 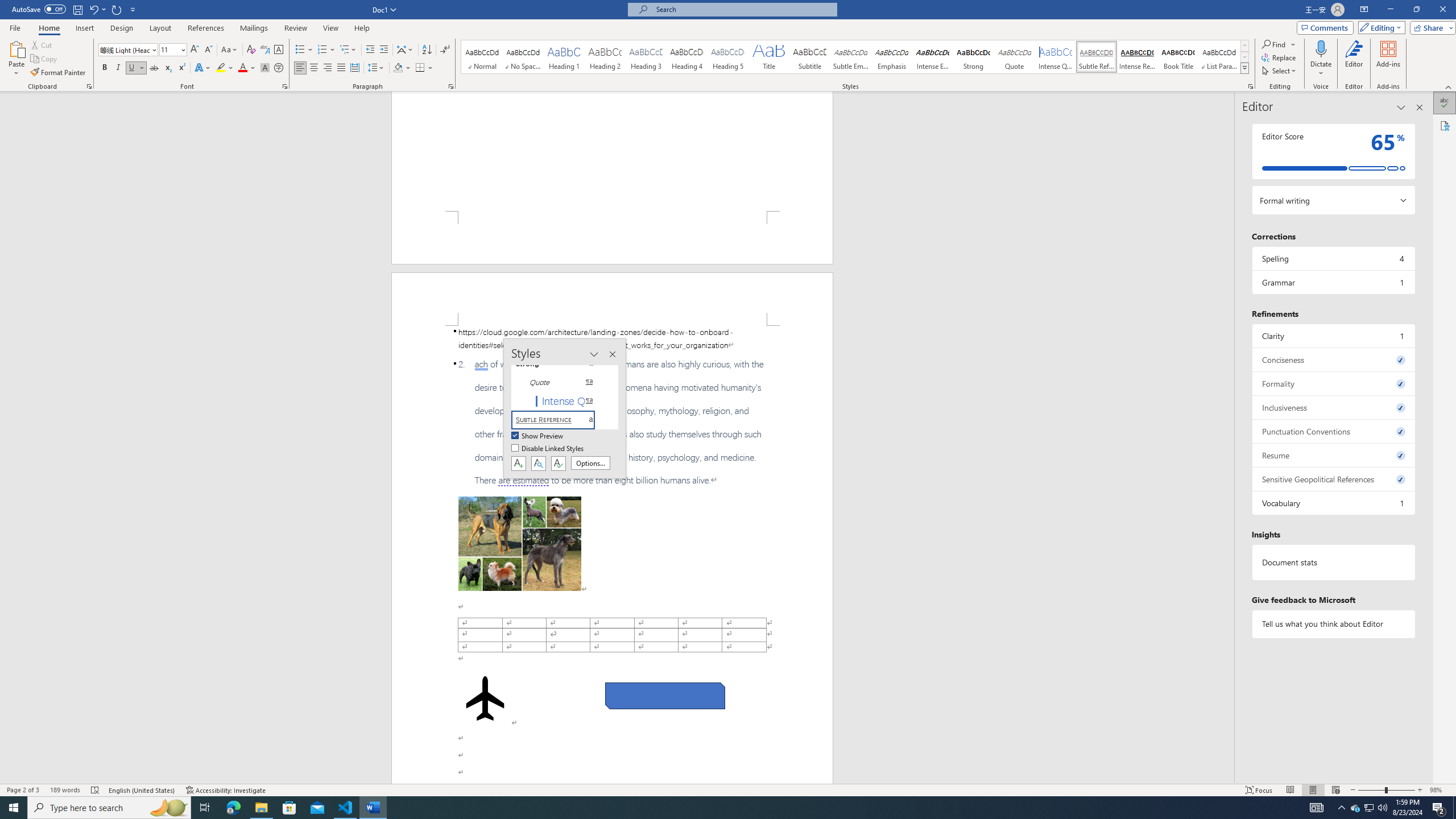 What do you see at coordinates (23, 790) in the screenshot?
I see `'Page Number Page 2 of 3'` at bounding box center [23, 790].